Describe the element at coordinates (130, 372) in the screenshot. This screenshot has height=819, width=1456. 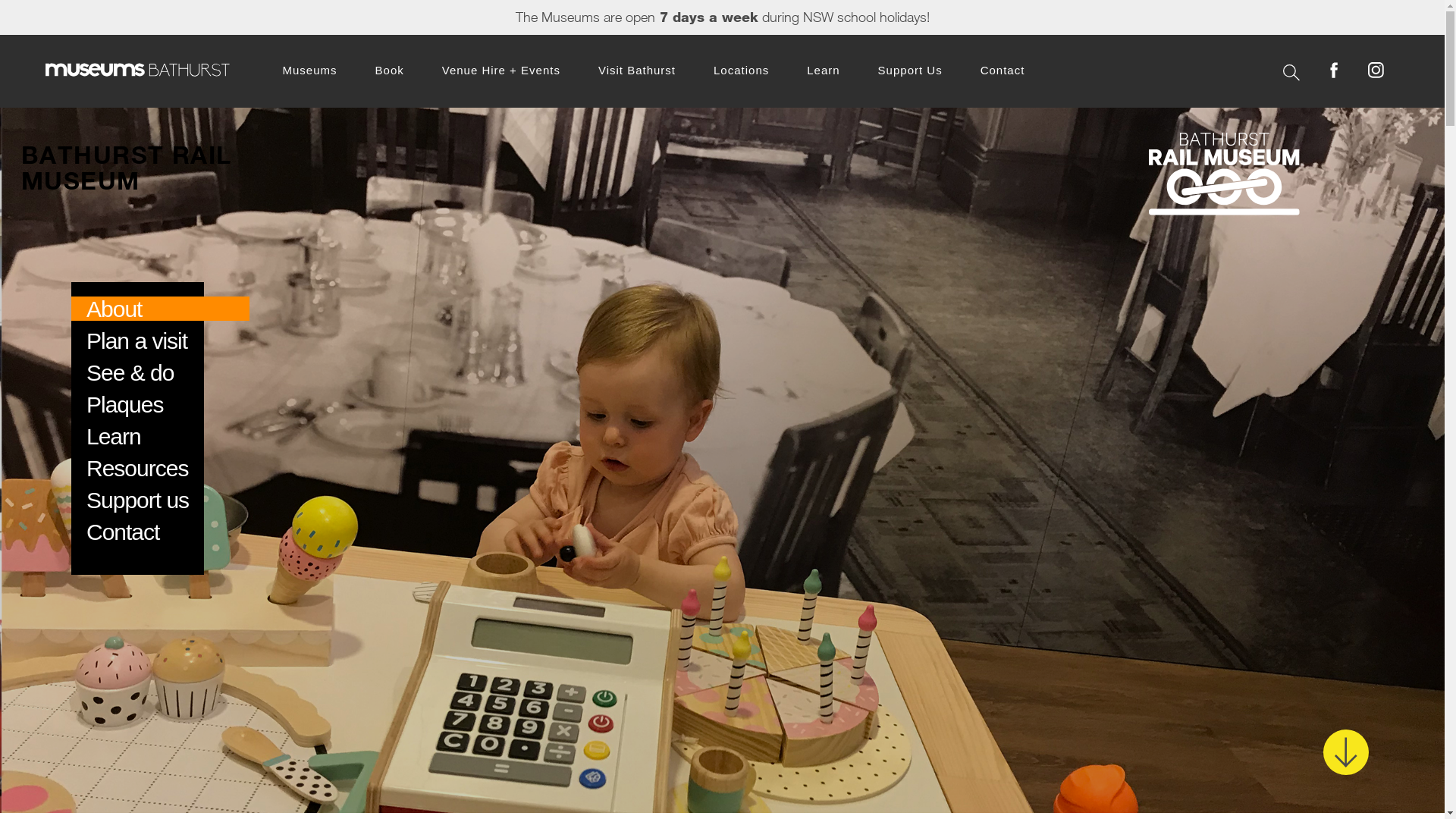
I see `'See & do'` at that location.